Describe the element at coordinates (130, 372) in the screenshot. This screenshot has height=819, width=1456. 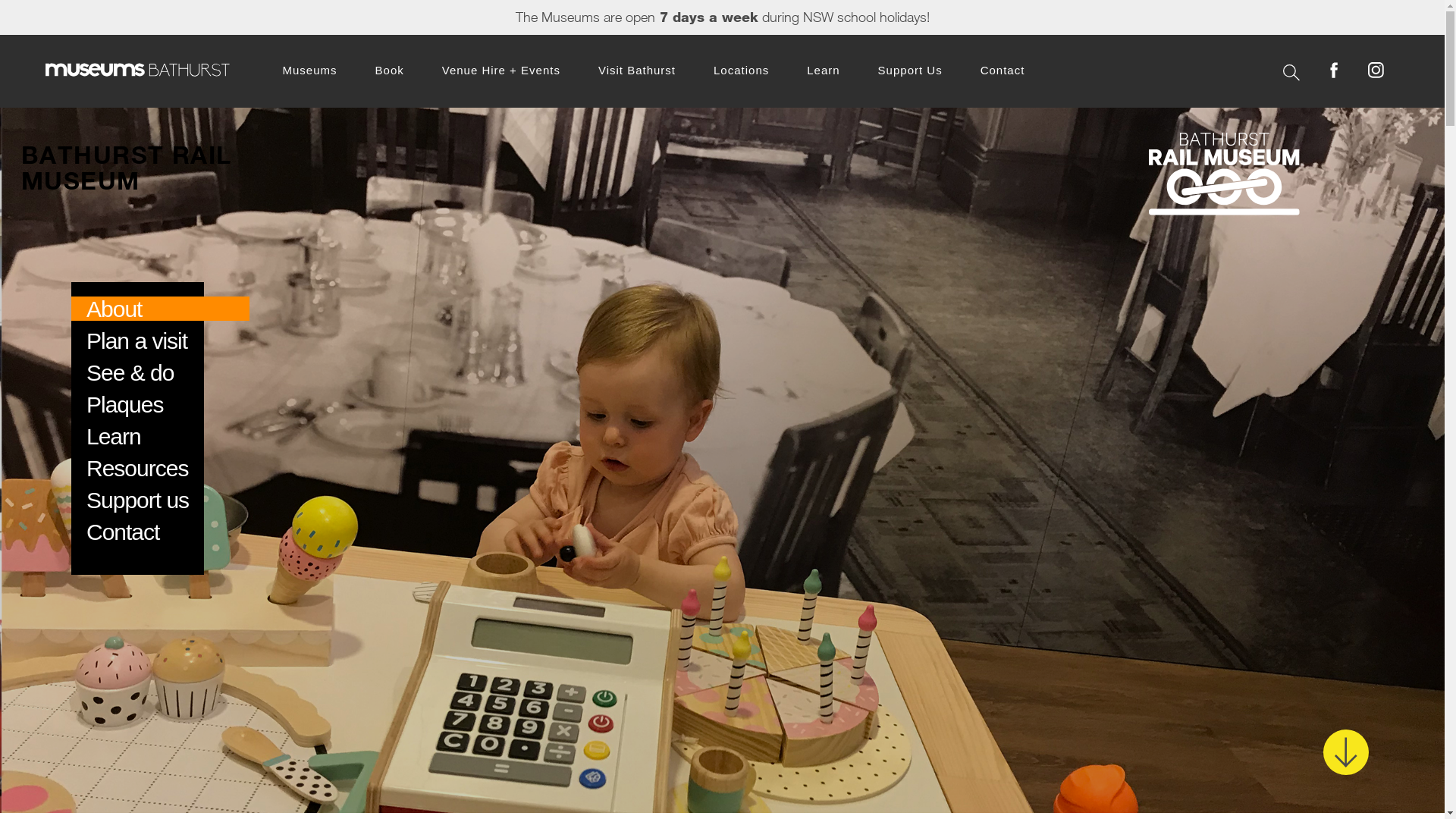
I see `'See & do'` at that location.